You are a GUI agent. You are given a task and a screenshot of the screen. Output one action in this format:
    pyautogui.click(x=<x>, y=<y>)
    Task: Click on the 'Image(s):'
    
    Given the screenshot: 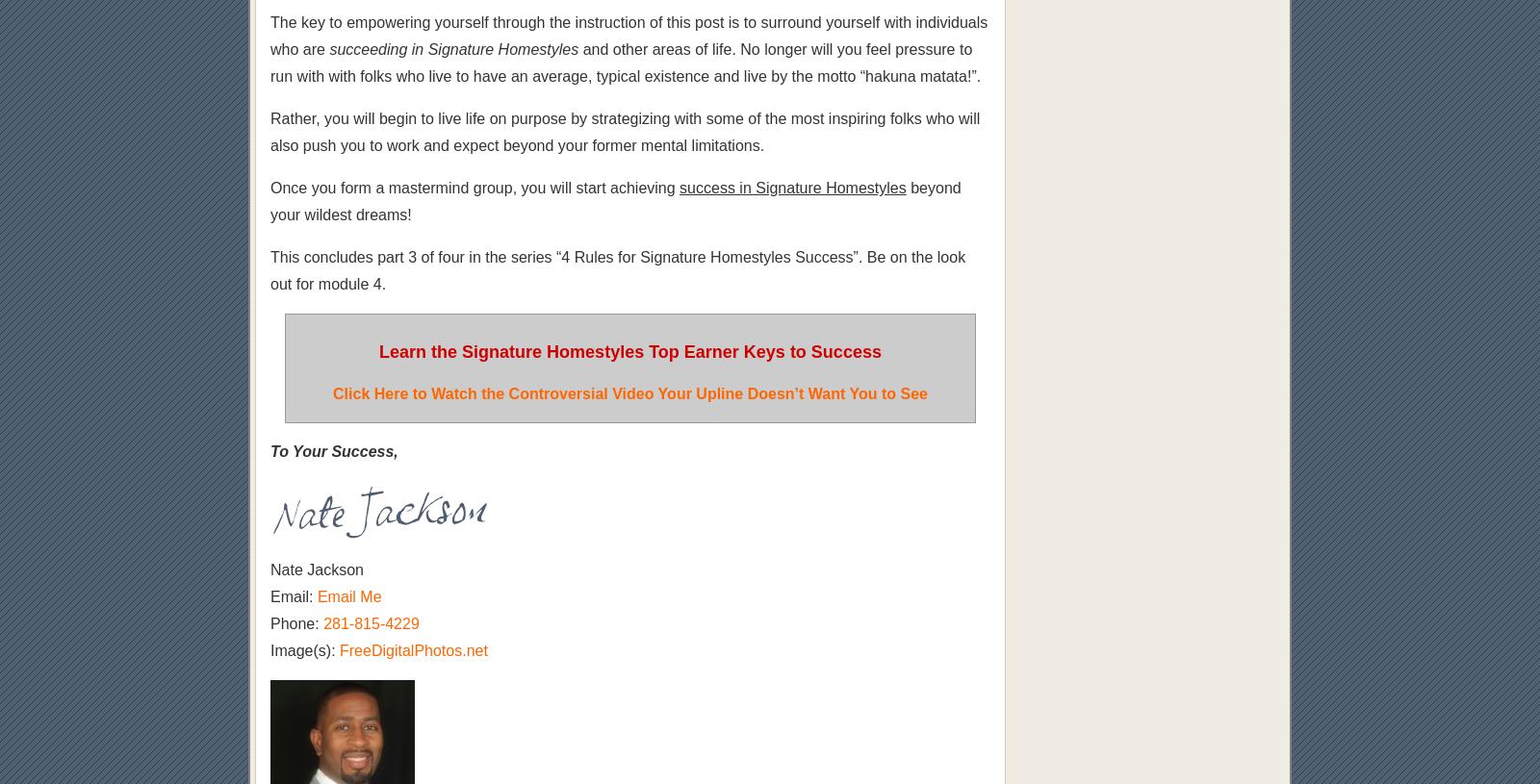 What is the action you would take?
    pyautogui.click(x=304, y=649)
    